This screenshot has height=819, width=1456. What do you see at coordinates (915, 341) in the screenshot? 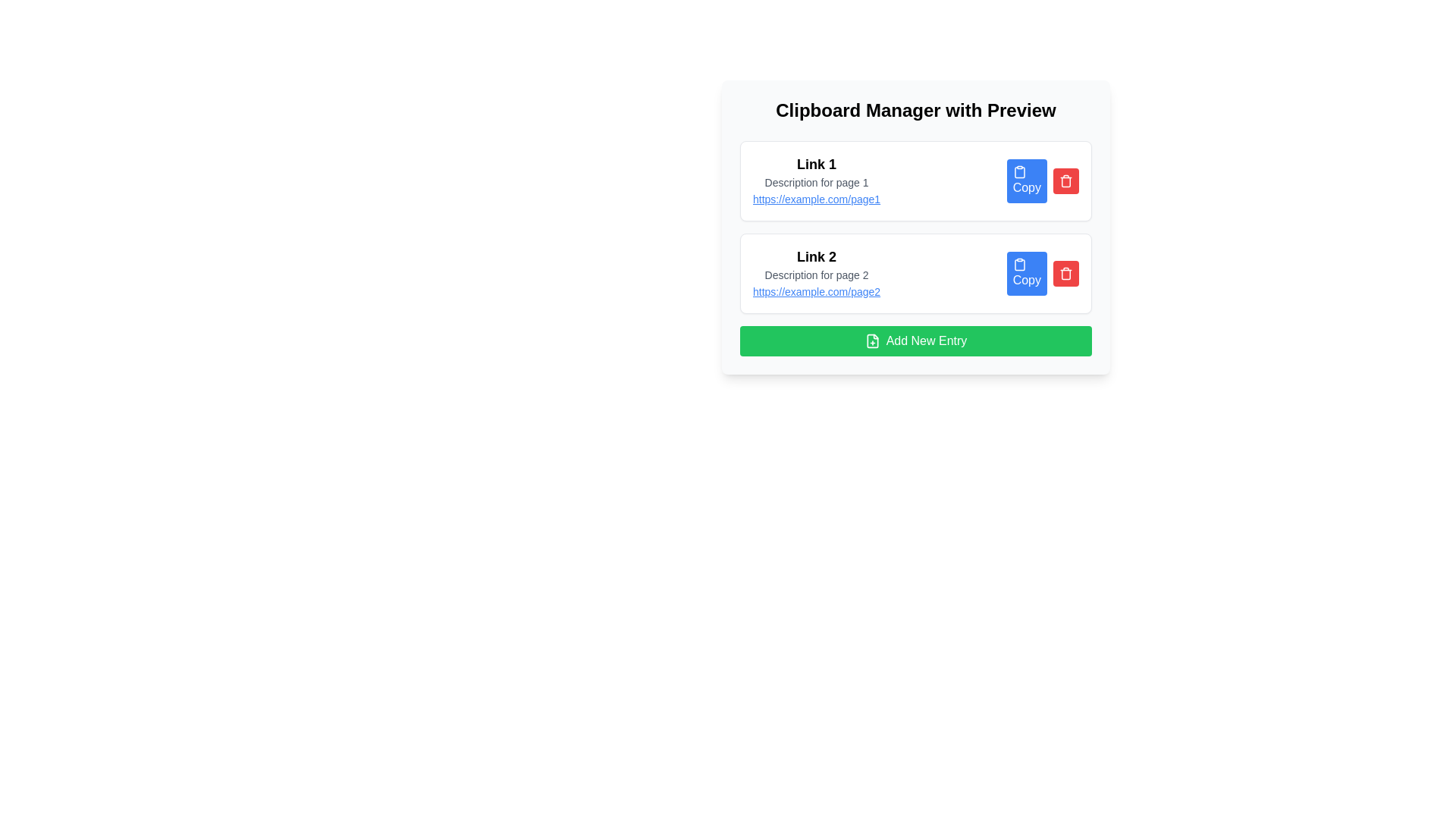
I see `the button located at the bottom of the 'Clipboard Manager with Preview' section` at bounding box center [915, 341].